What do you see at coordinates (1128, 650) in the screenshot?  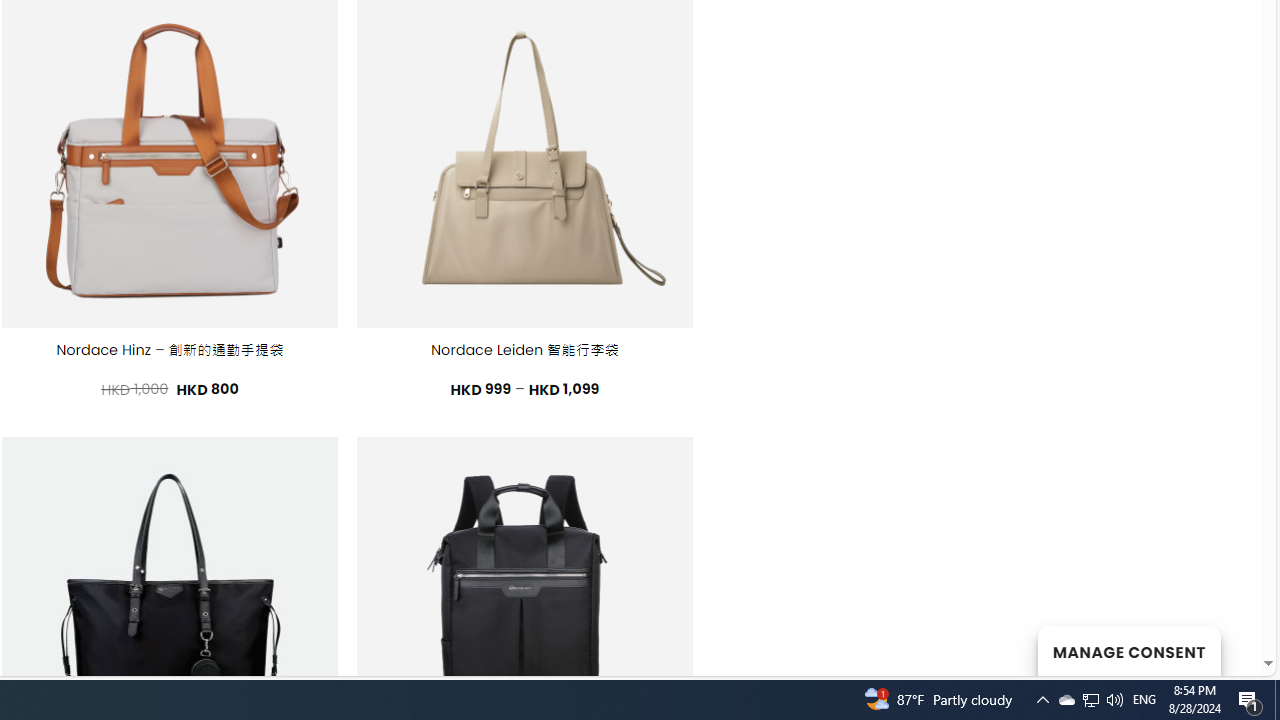 I see `'MANAGE CONSENT'` at bounding box center [1128, 650].